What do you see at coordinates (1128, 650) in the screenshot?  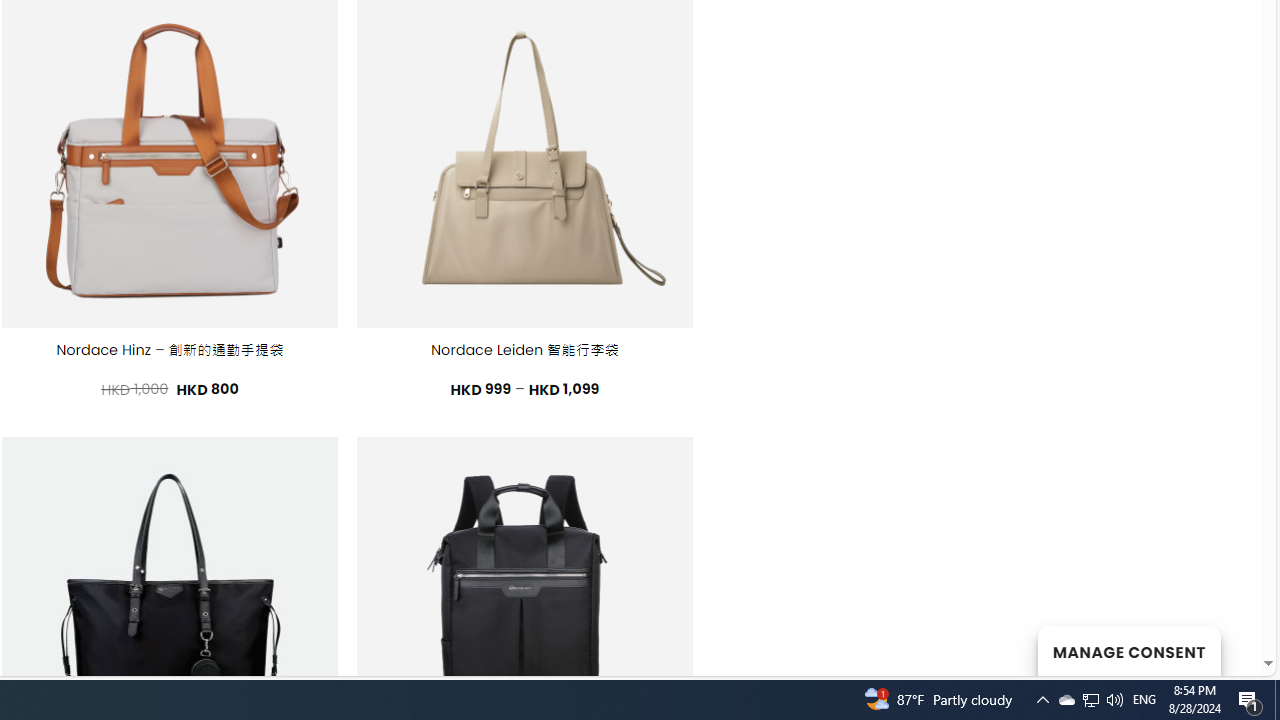 I see `'MANAGE CONSENT'` at bounding box center [1128, 650].